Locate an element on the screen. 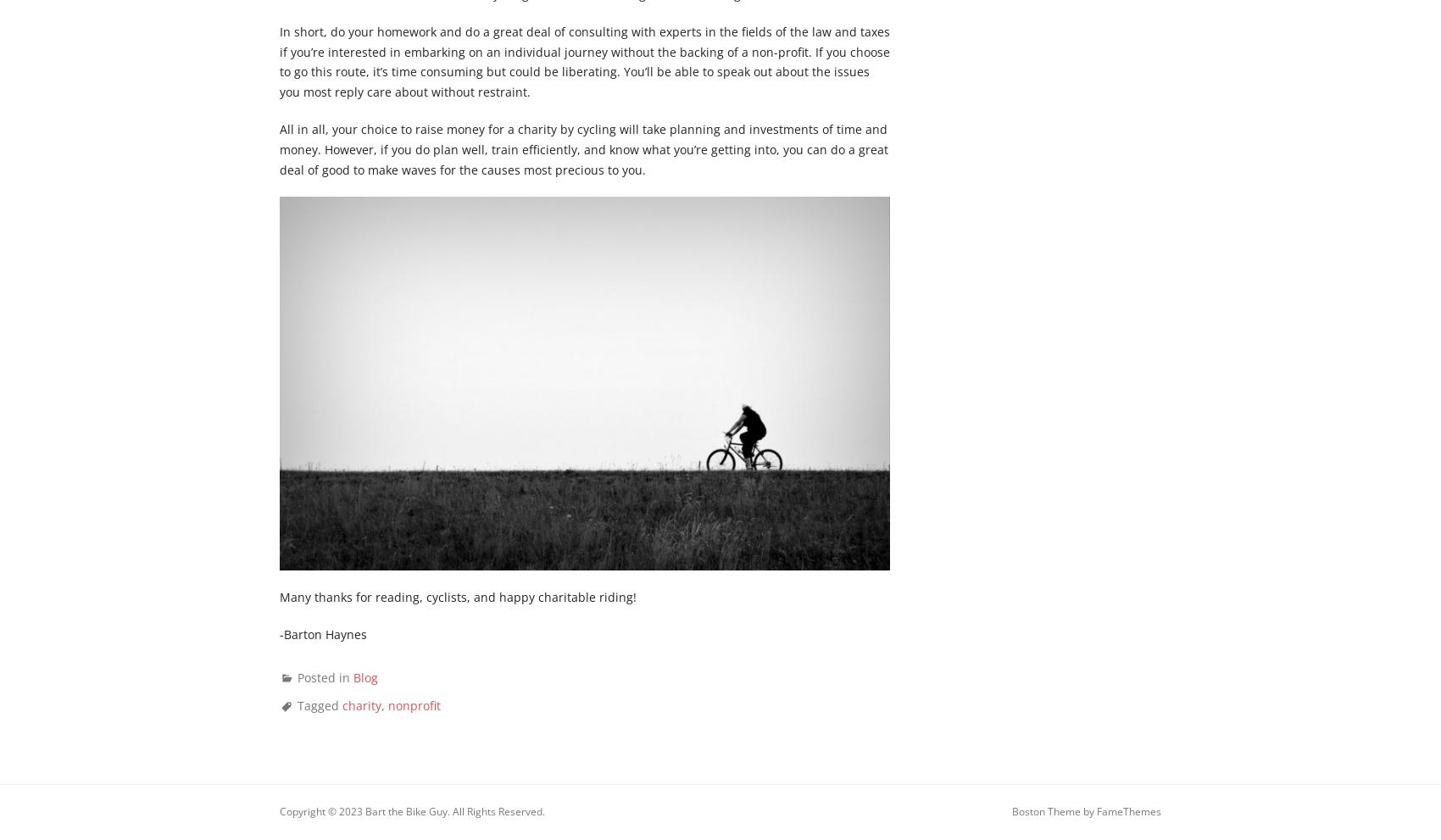 The width and height of the screenshot is (1441, 840). 'FameThemes' is located at coordinates (1097, 811).